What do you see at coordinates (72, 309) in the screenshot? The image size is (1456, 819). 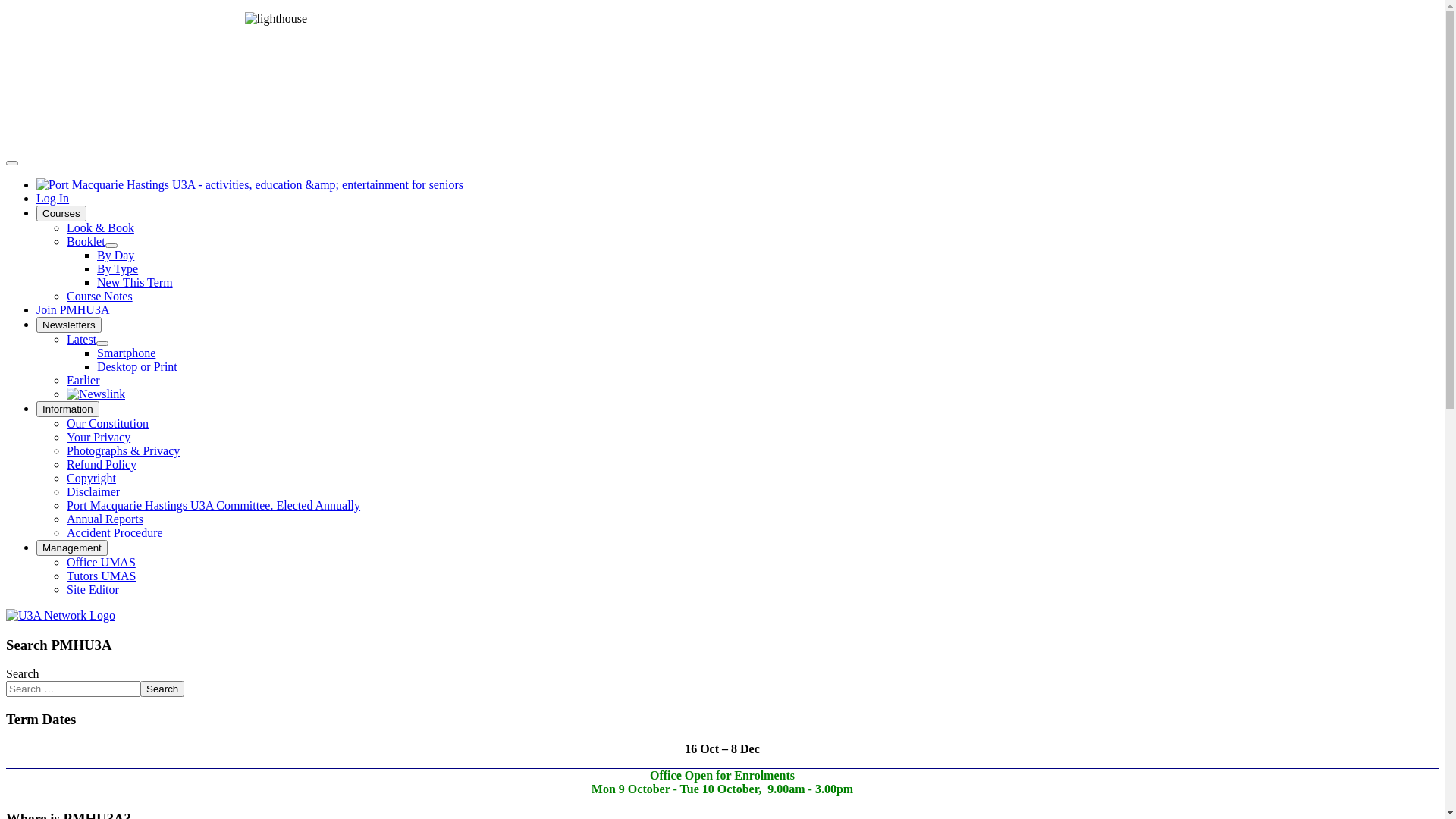 I see `'Join PMHU3A'` at bounding box center [72, 309].